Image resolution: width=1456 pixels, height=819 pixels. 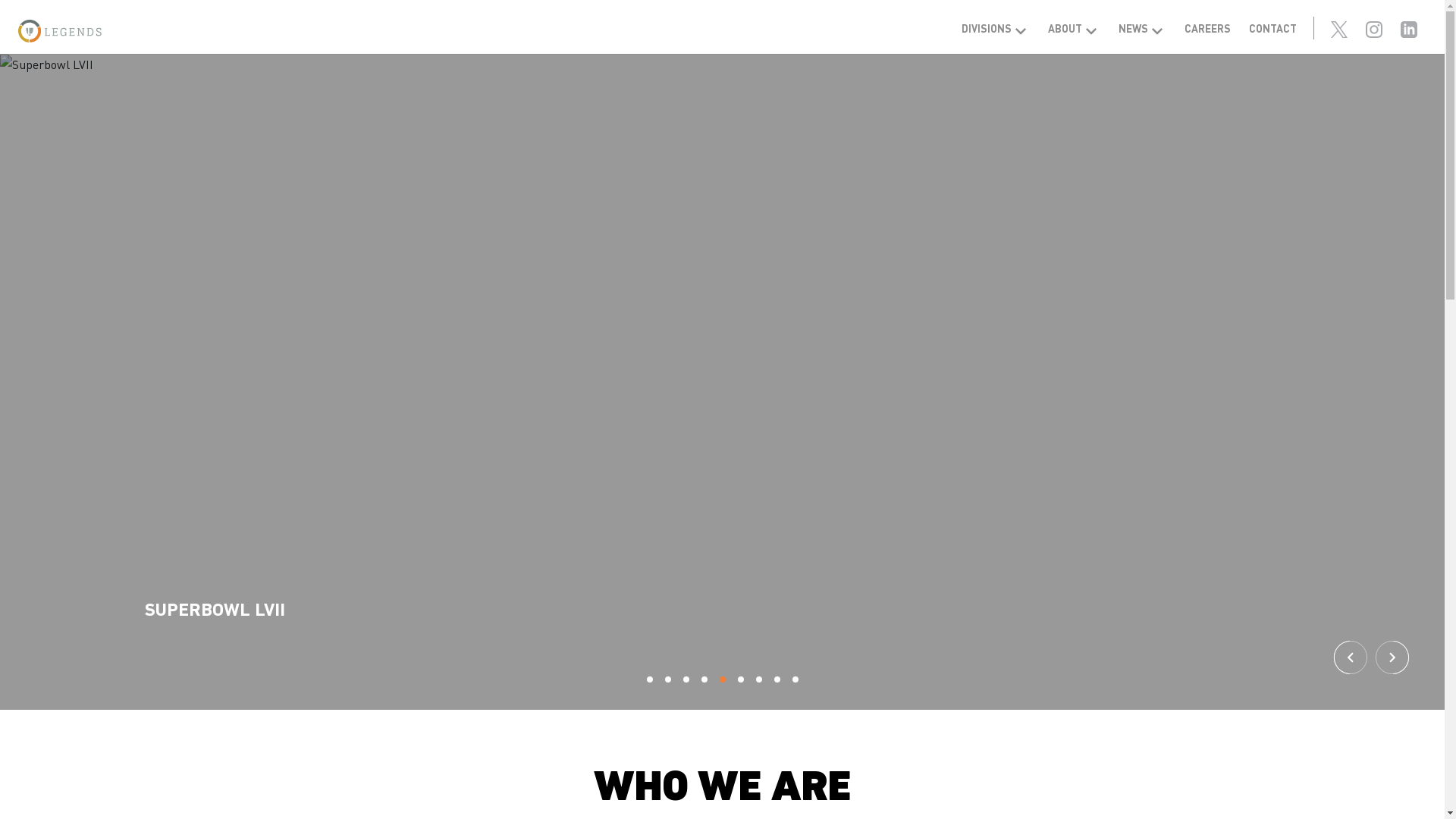 I want to click on 'Previous', so click(x=1350, y=657).